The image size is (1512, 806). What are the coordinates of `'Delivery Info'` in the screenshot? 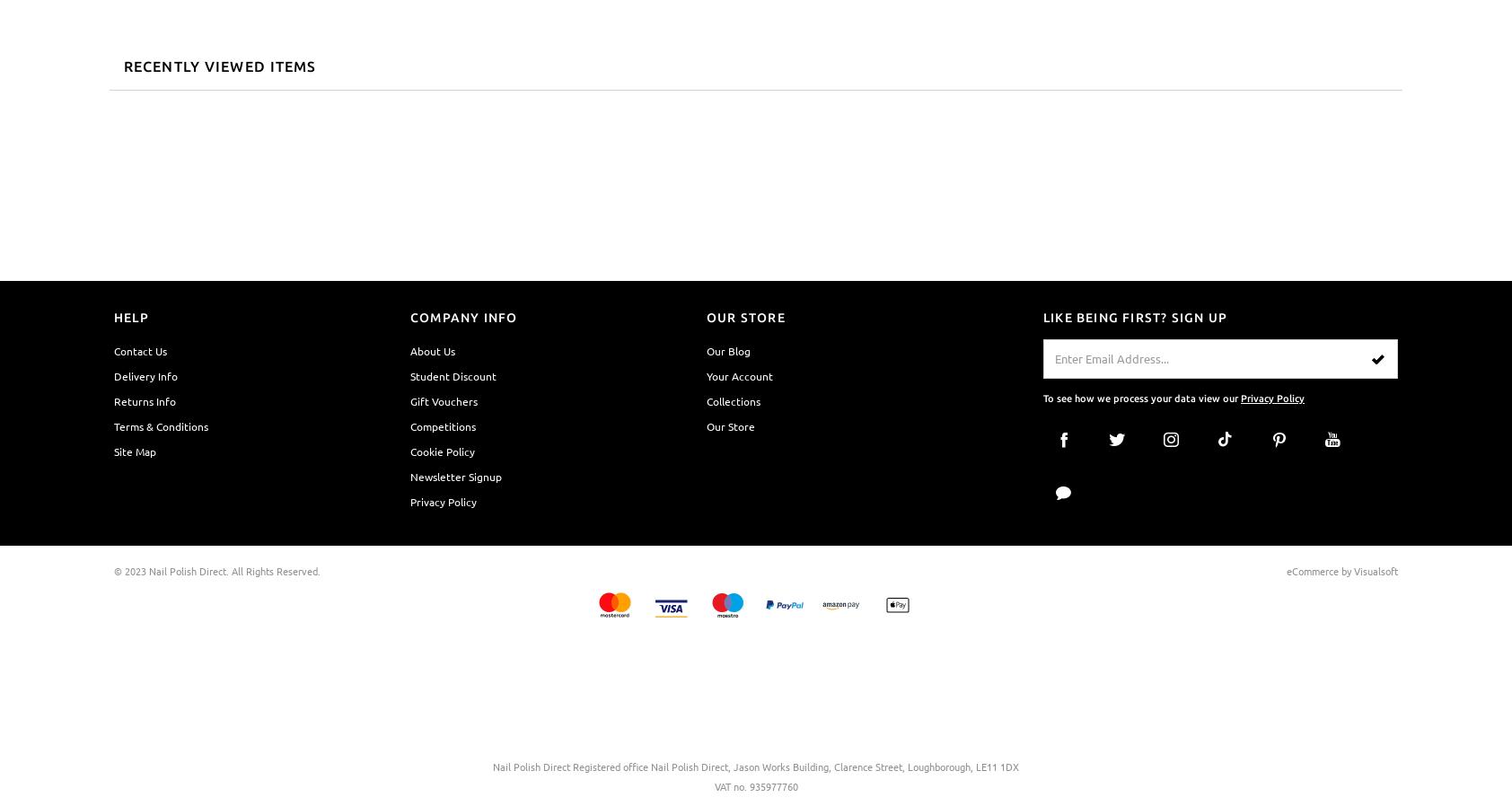 It's located at (145, 376).